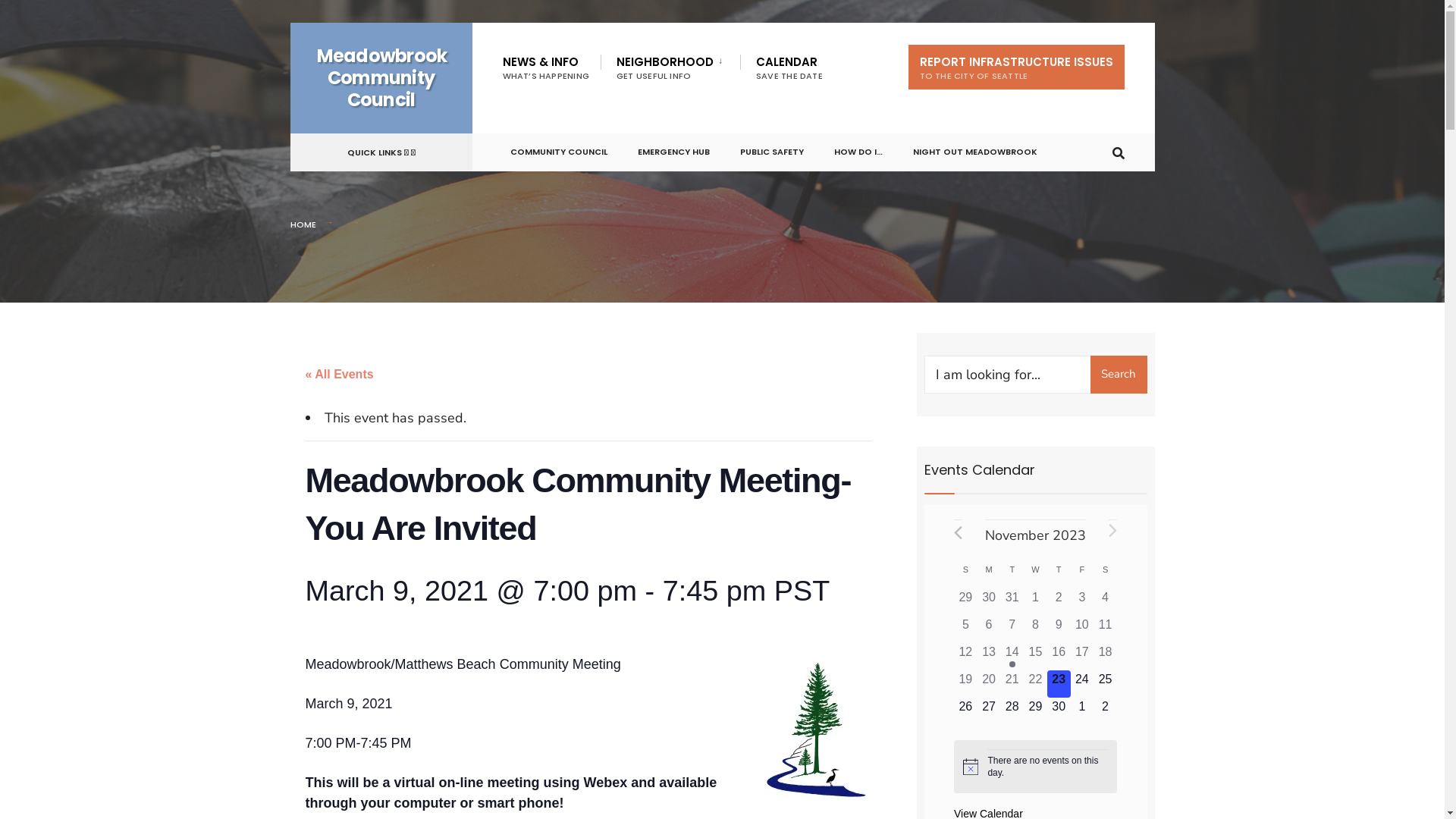 The height and width of the screenshot is (819, 1456). Describe the element at coordinates (1081, 684) in the screenshot. I see `'0 events,` at that location.